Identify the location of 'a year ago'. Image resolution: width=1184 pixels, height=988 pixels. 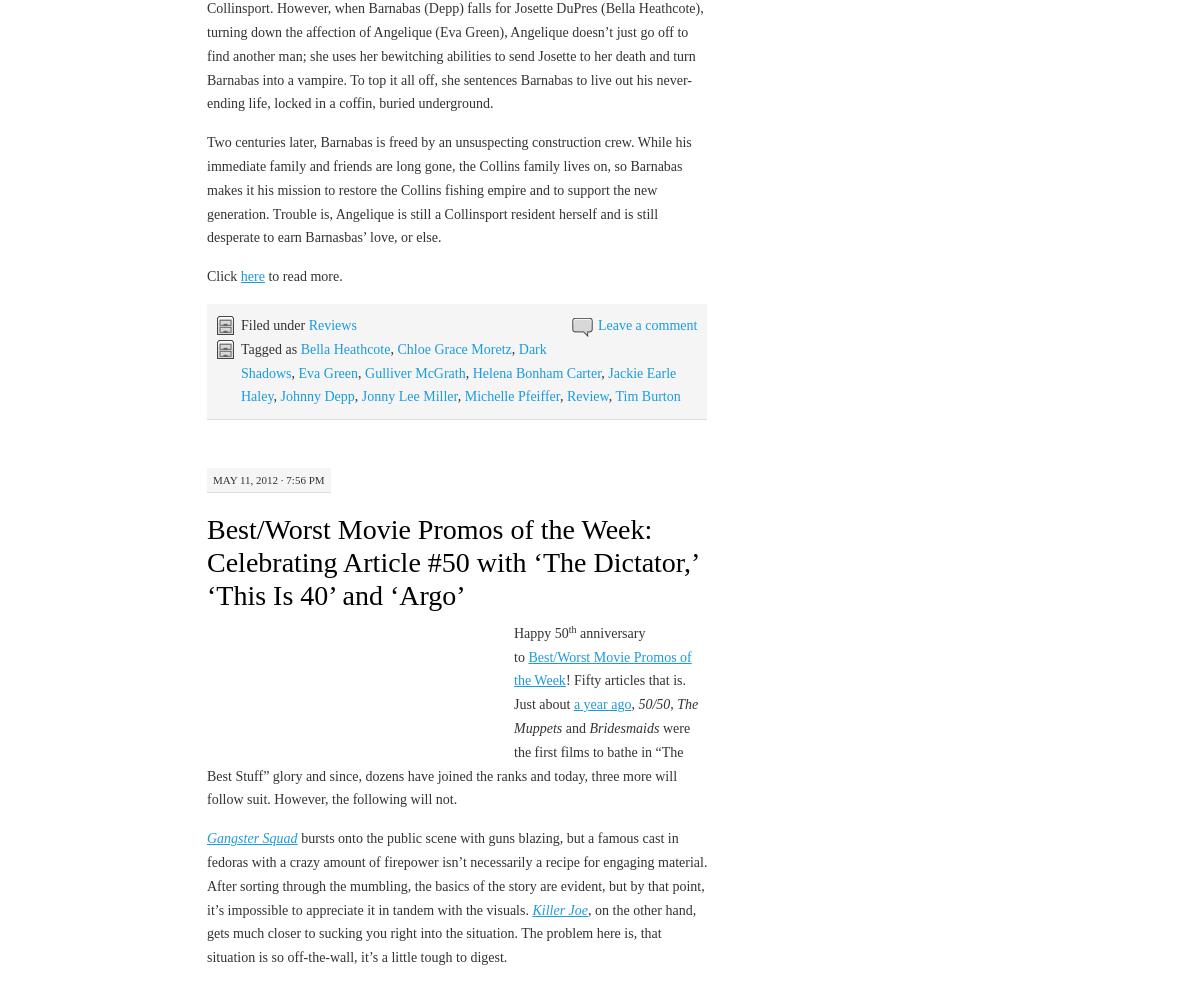
(600, 704).